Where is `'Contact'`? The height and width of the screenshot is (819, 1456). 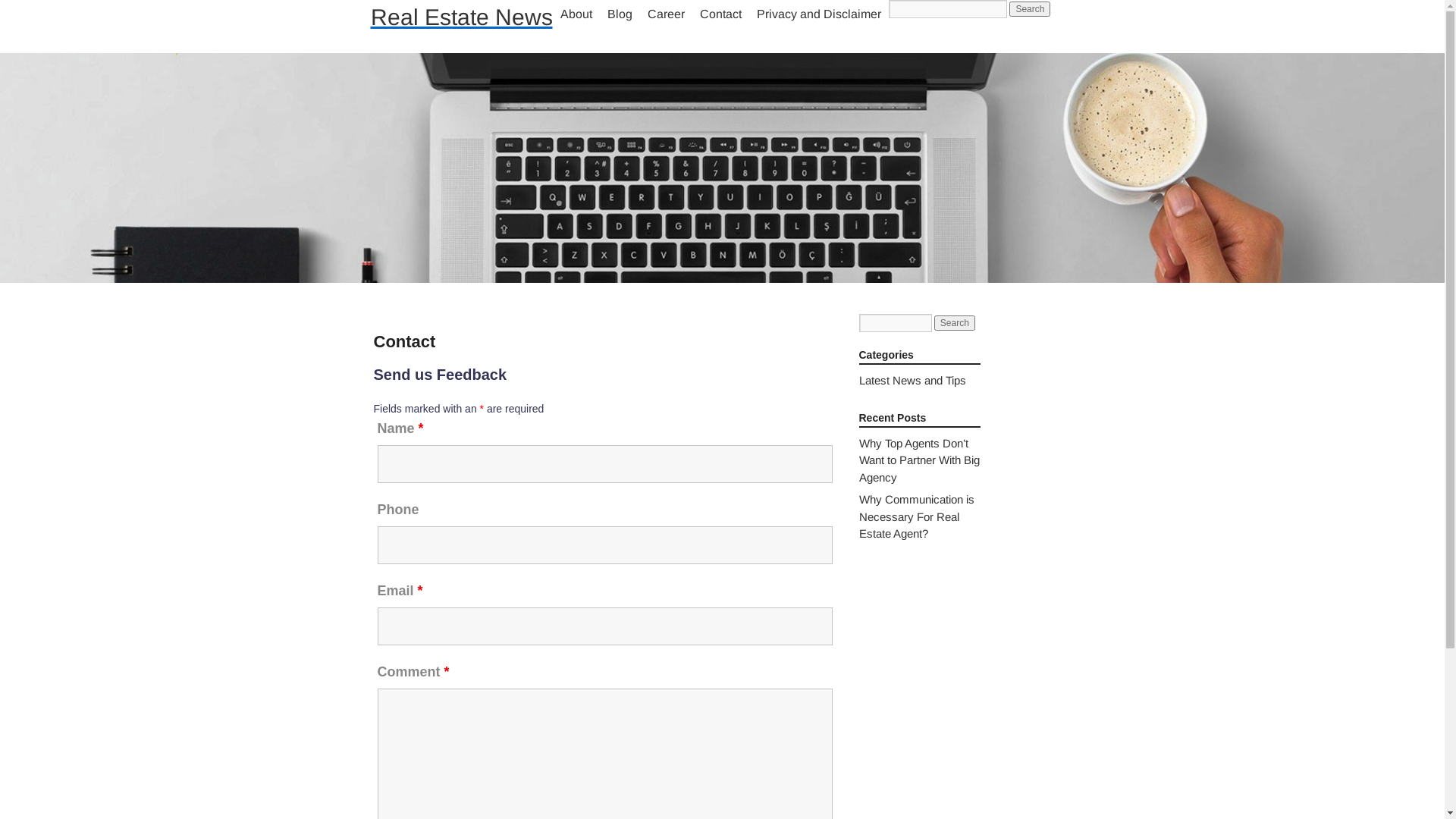
'Contact' is located at coordinates (691, 14).